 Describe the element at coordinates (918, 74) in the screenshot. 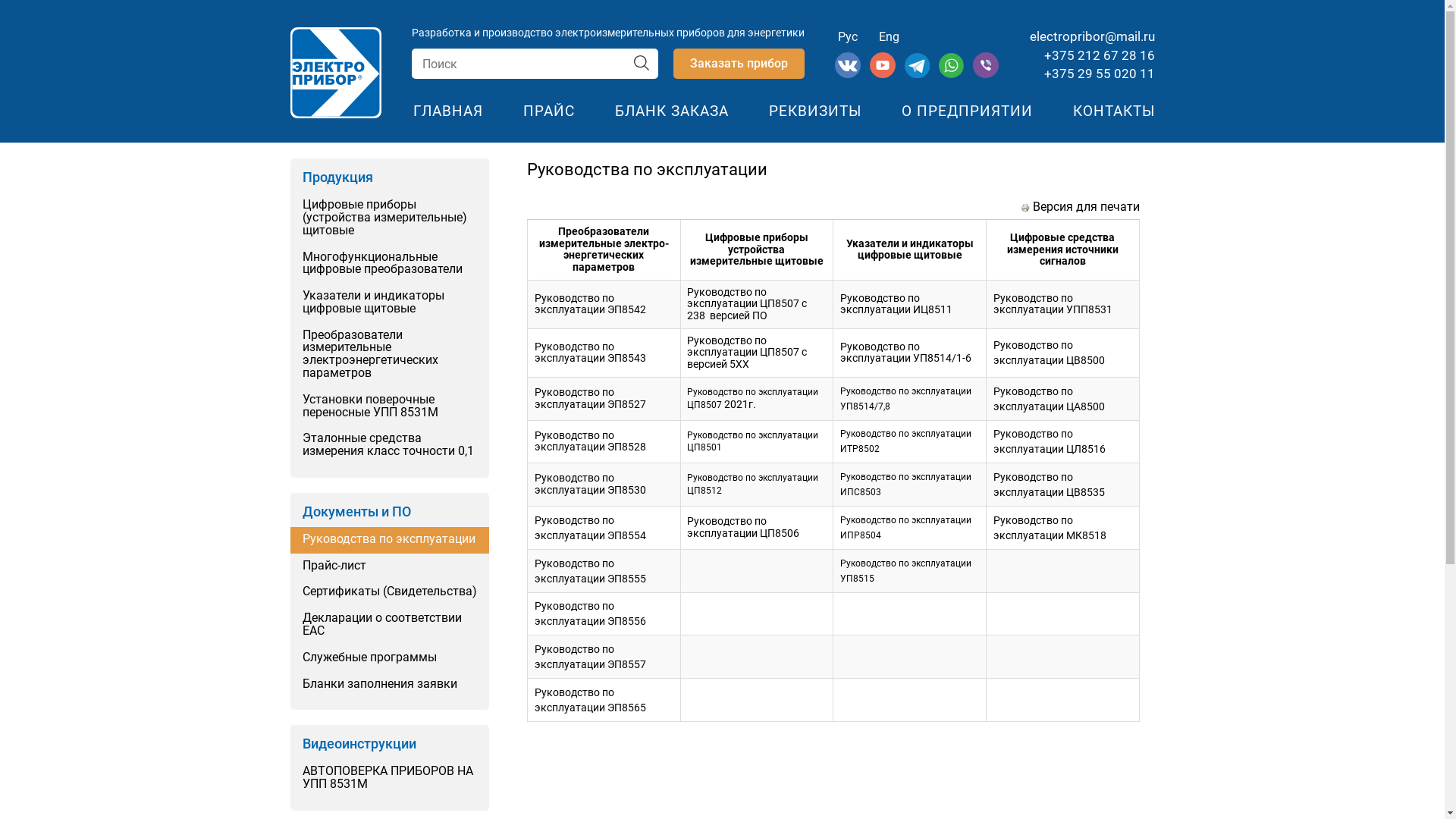

I see `'Telegram'` at that location.